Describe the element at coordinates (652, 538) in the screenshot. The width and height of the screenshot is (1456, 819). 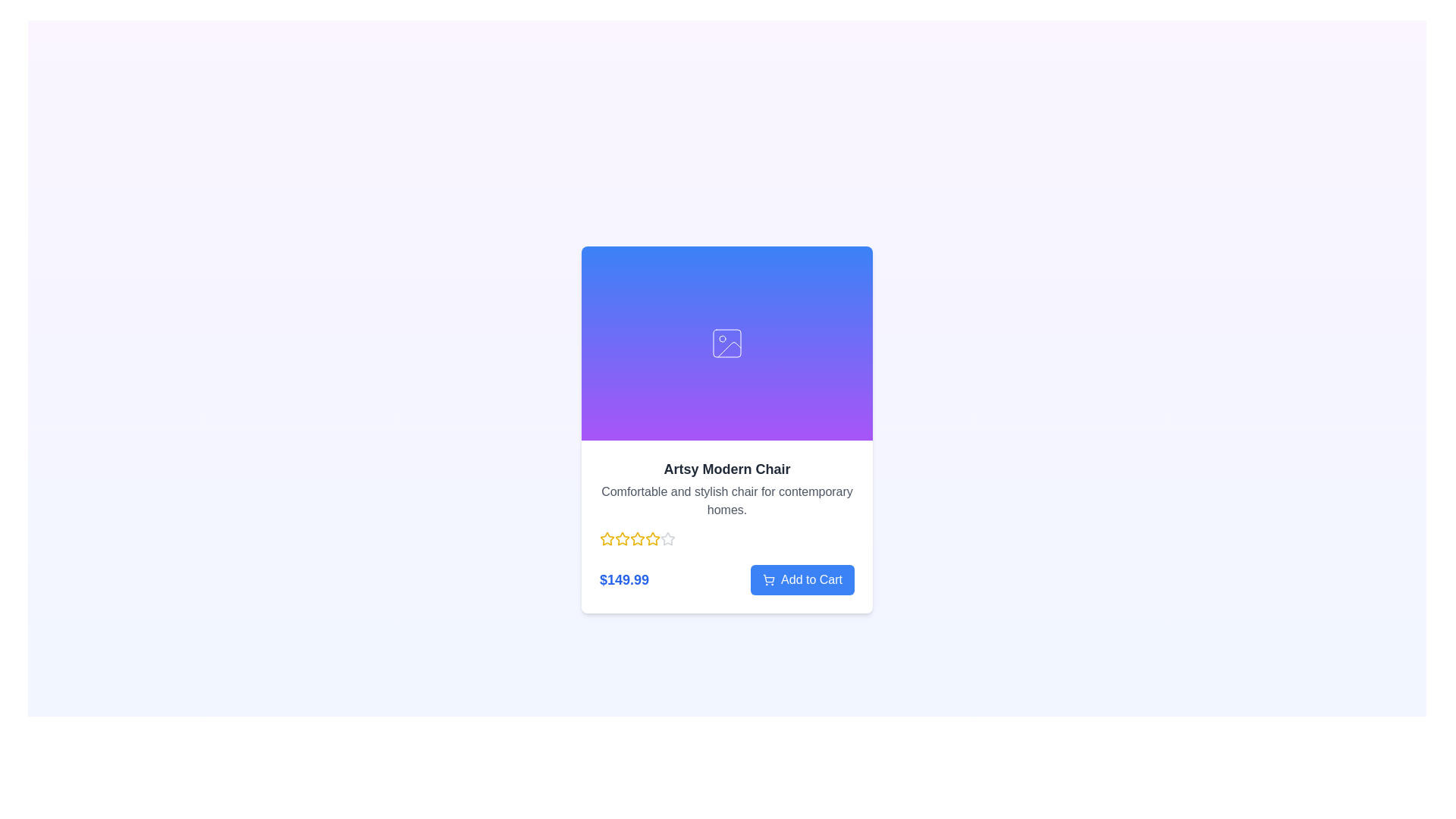
I see `the third star in the horizontal series of five rating stars, located below the product description and above the price` at that location.